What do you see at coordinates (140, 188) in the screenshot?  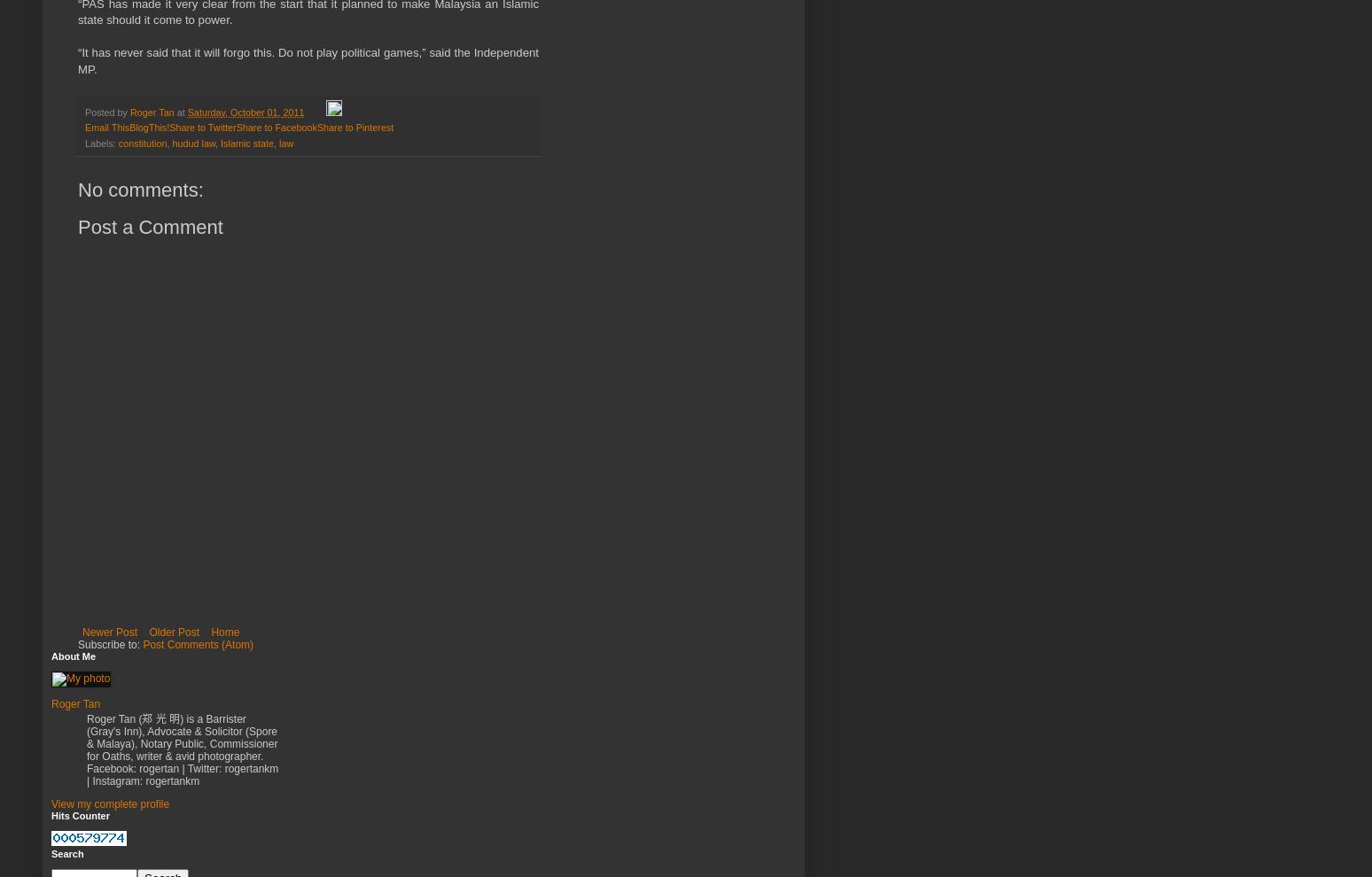 I see `'No comments:'` at bounding box center [140, 188].